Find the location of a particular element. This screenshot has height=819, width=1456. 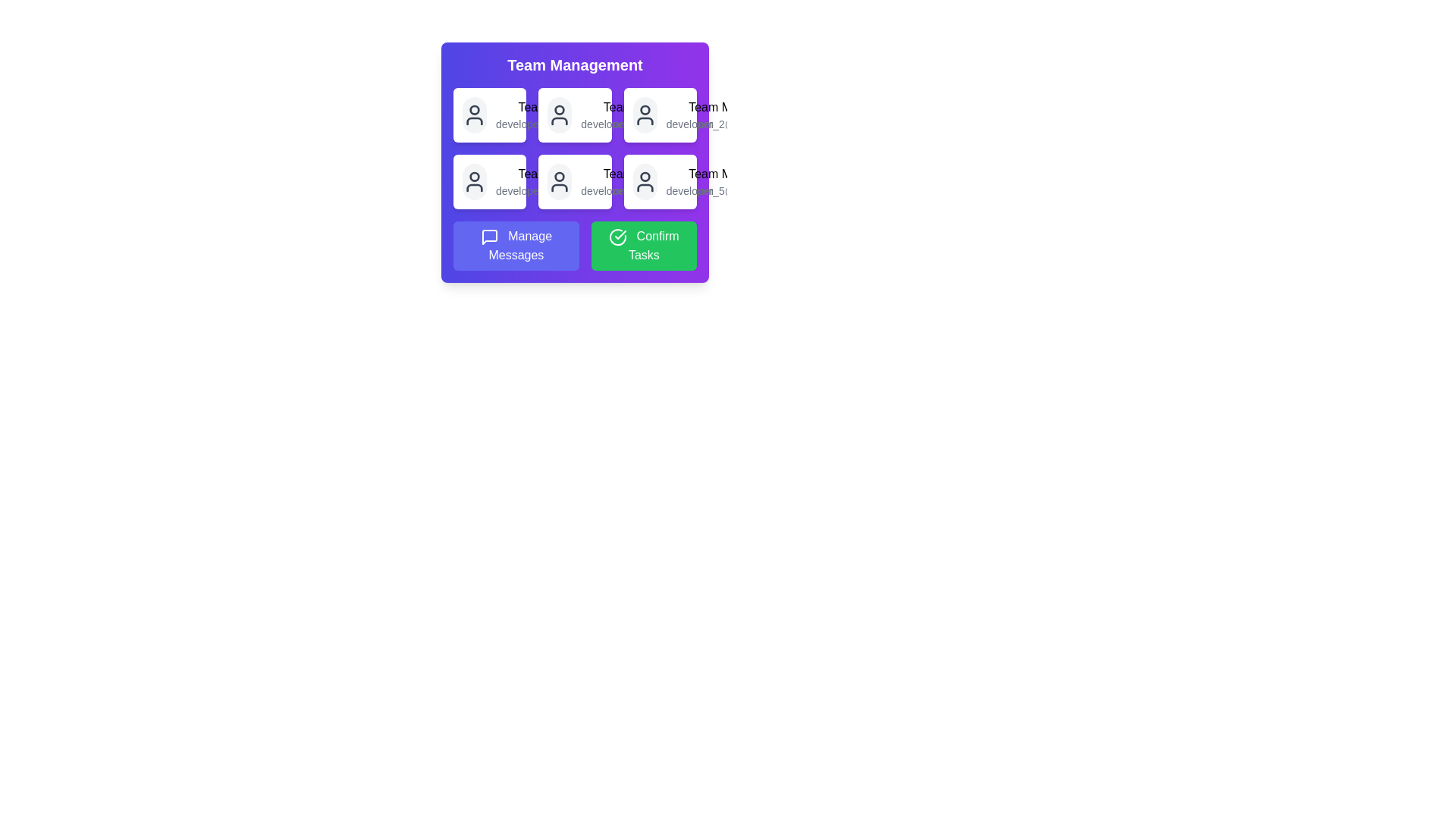

the Text Information Block displaying the team member's name and email address is located at coordinates (647, 180).